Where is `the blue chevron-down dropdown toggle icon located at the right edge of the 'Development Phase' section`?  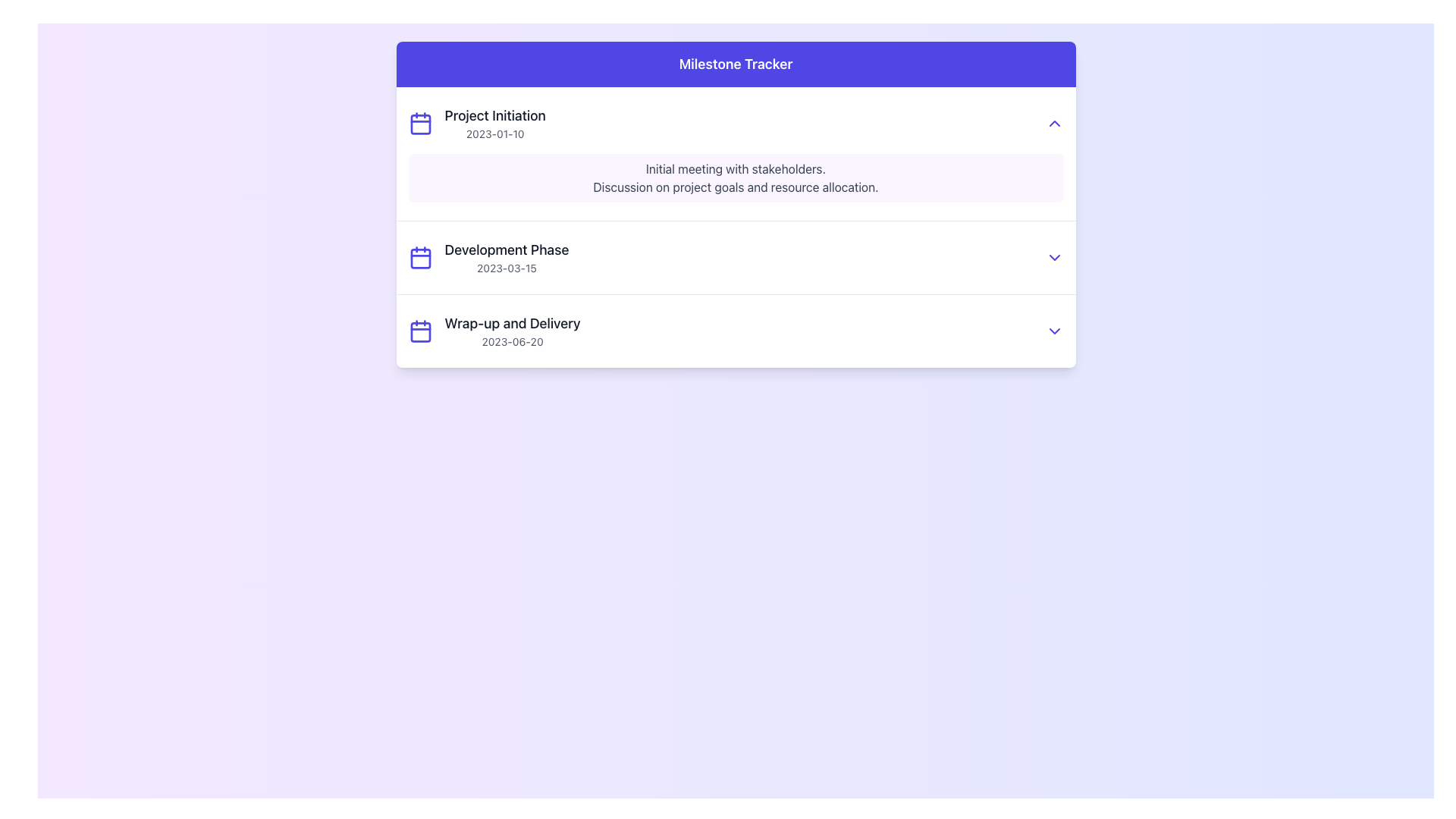 the blue chevron-down dropdown toggle icon located at the right edge of the 'Development Phase' section is located at coordinates (1053, 256).